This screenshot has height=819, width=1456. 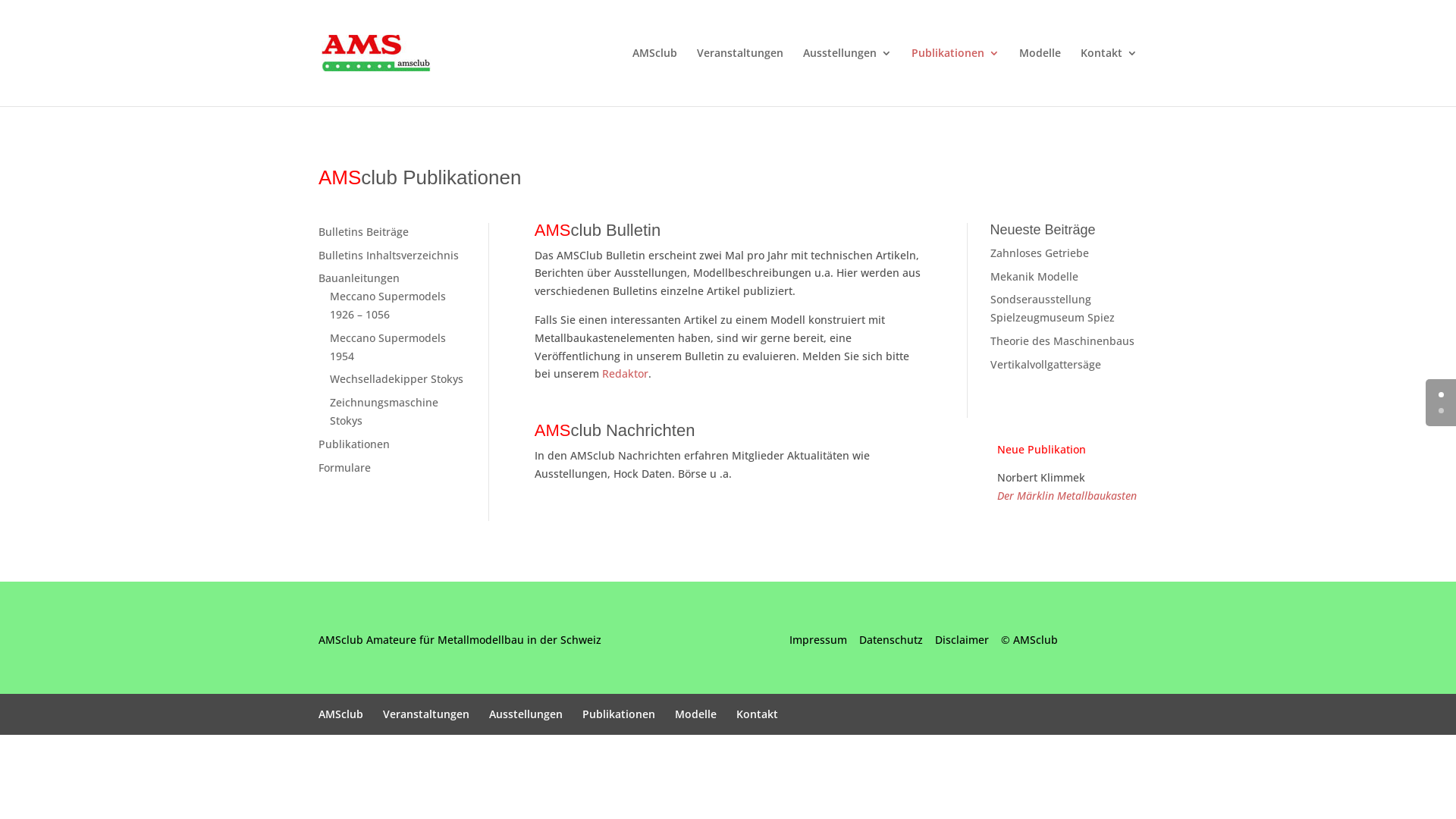 What do you see at coordinates (891, 639) in the screenshot?
I see `'Datenschutz'` at bounding box center [891, 639].